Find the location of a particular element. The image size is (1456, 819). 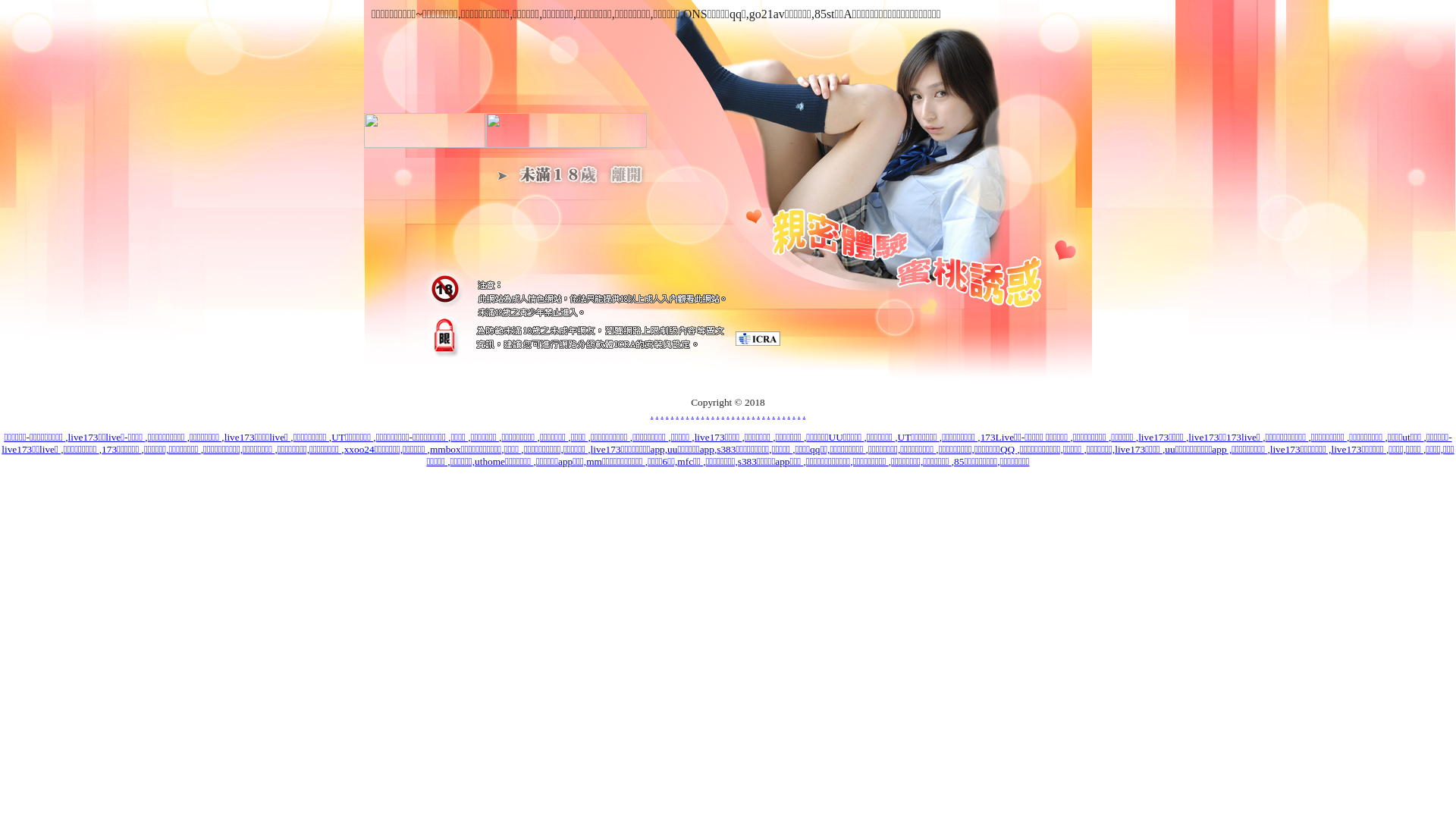

'.' is located at coordinates (772, 414).